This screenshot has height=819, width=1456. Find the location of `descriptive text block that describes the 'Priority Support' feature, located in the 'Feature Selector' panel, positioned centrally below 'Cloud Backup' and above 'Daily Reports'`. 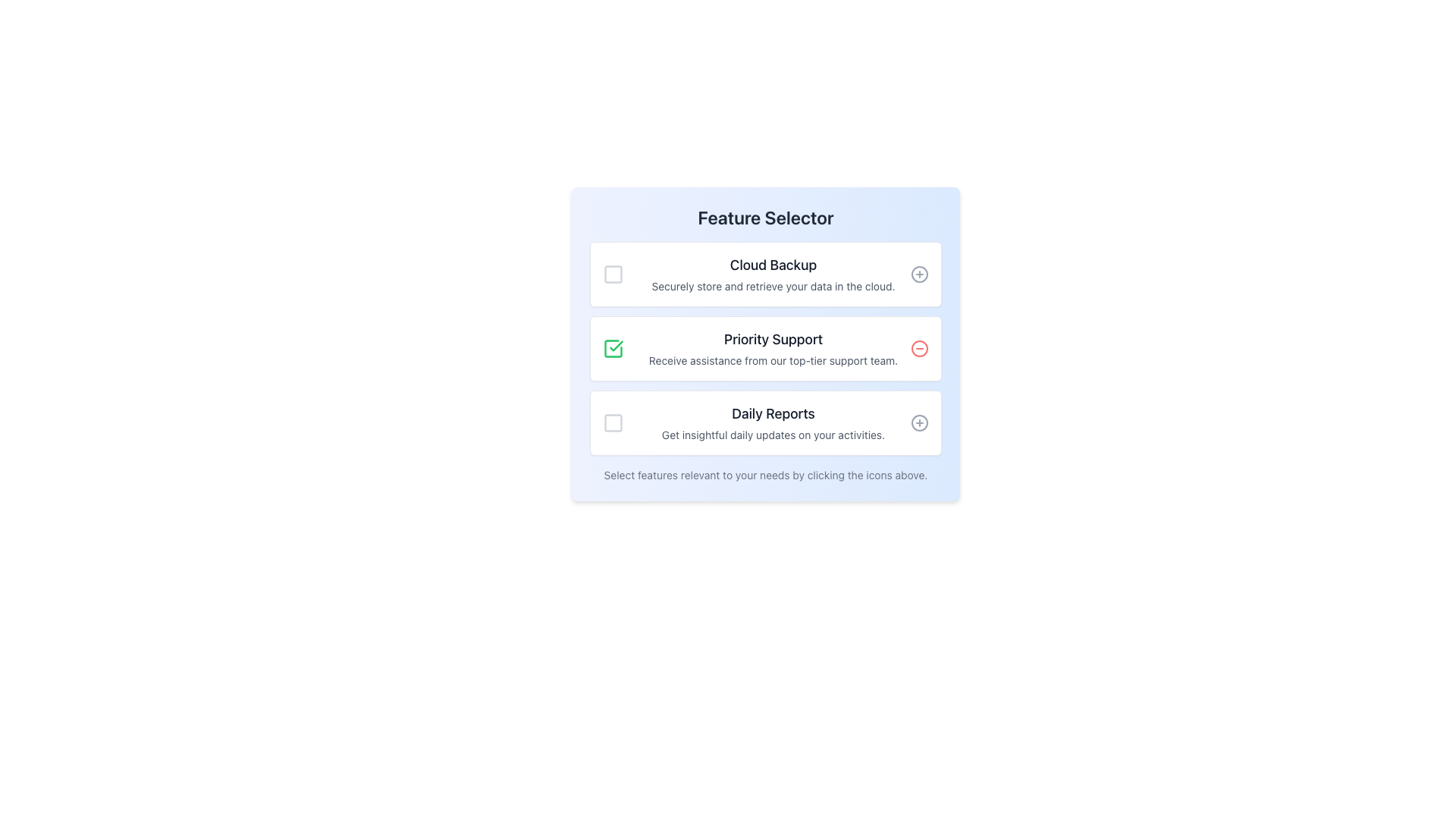

descriptive text block that describes the 'Priority Support' feature, located in the 'Feature Selector' panel, positioned centrally below 'Cloud Backup' and above 'Daily Reports' is located at coordinates (773, 348).